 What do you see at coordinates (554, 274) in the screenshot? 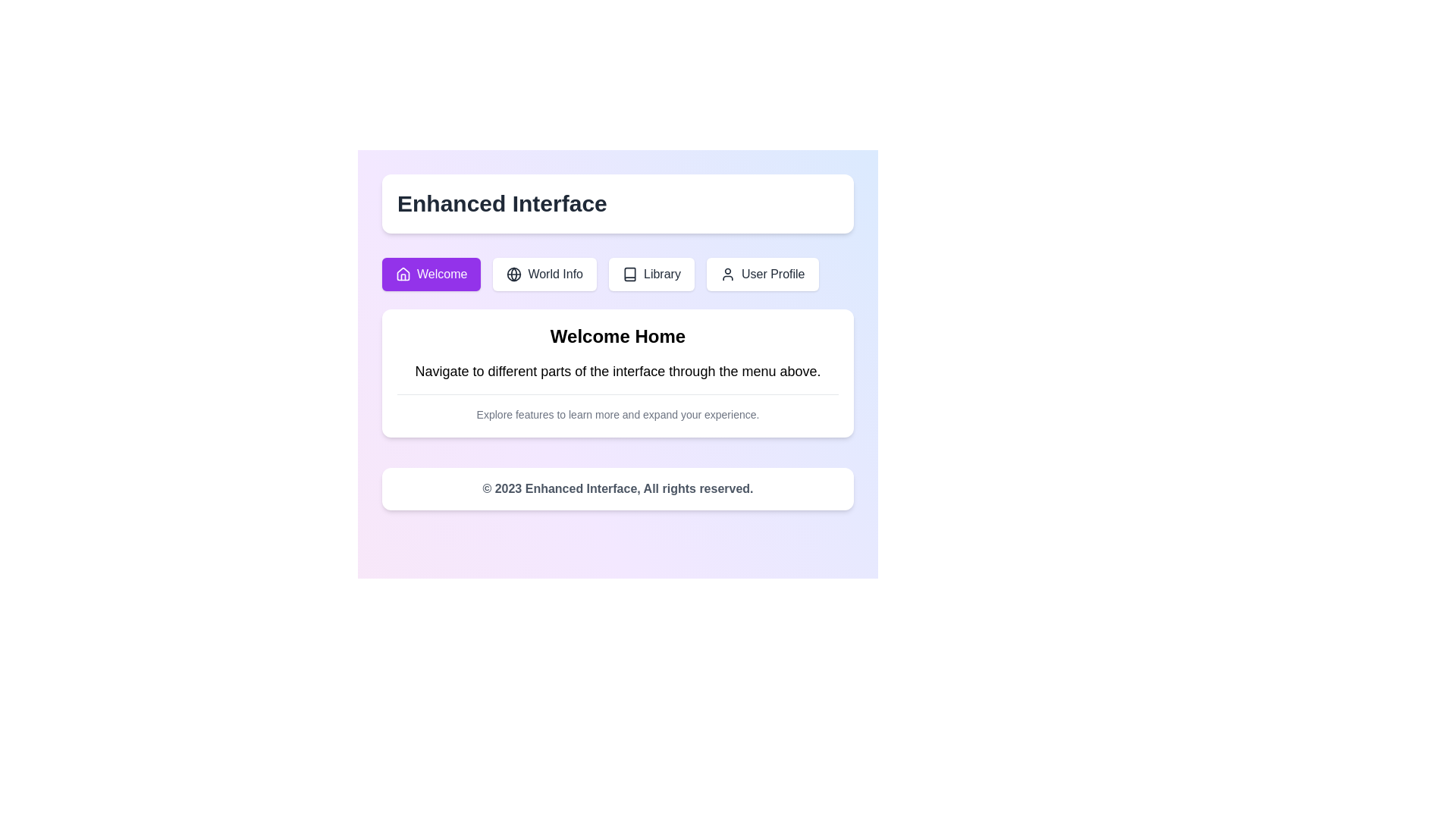
I see `text content of the 'World Info' label located within the navigation area, specifically the second interactive option from the left` at bounding box center [554, 274].